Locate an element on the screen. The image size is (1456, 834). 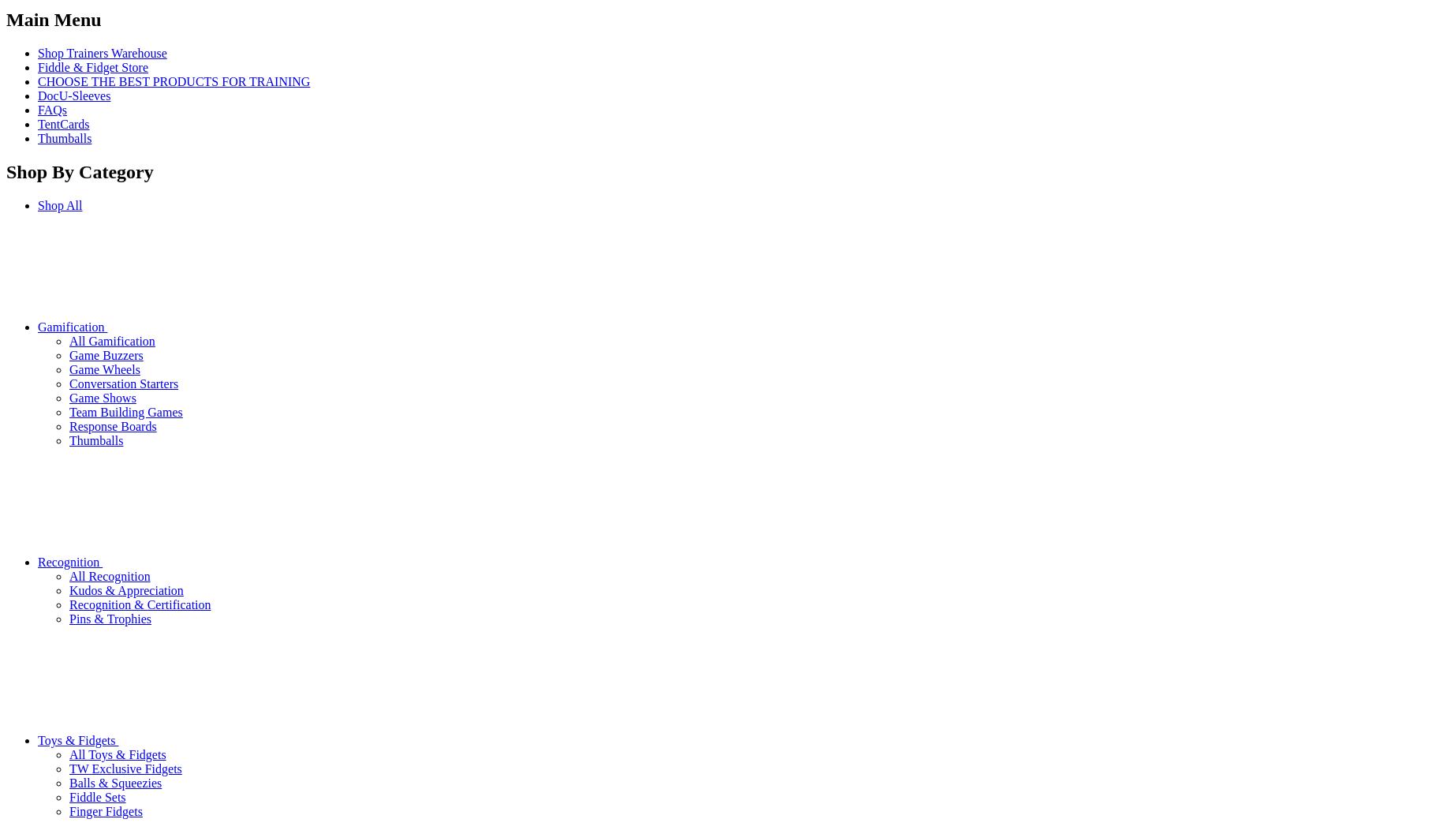
'Fiddle Sets' is located at coordinates (97, 795).